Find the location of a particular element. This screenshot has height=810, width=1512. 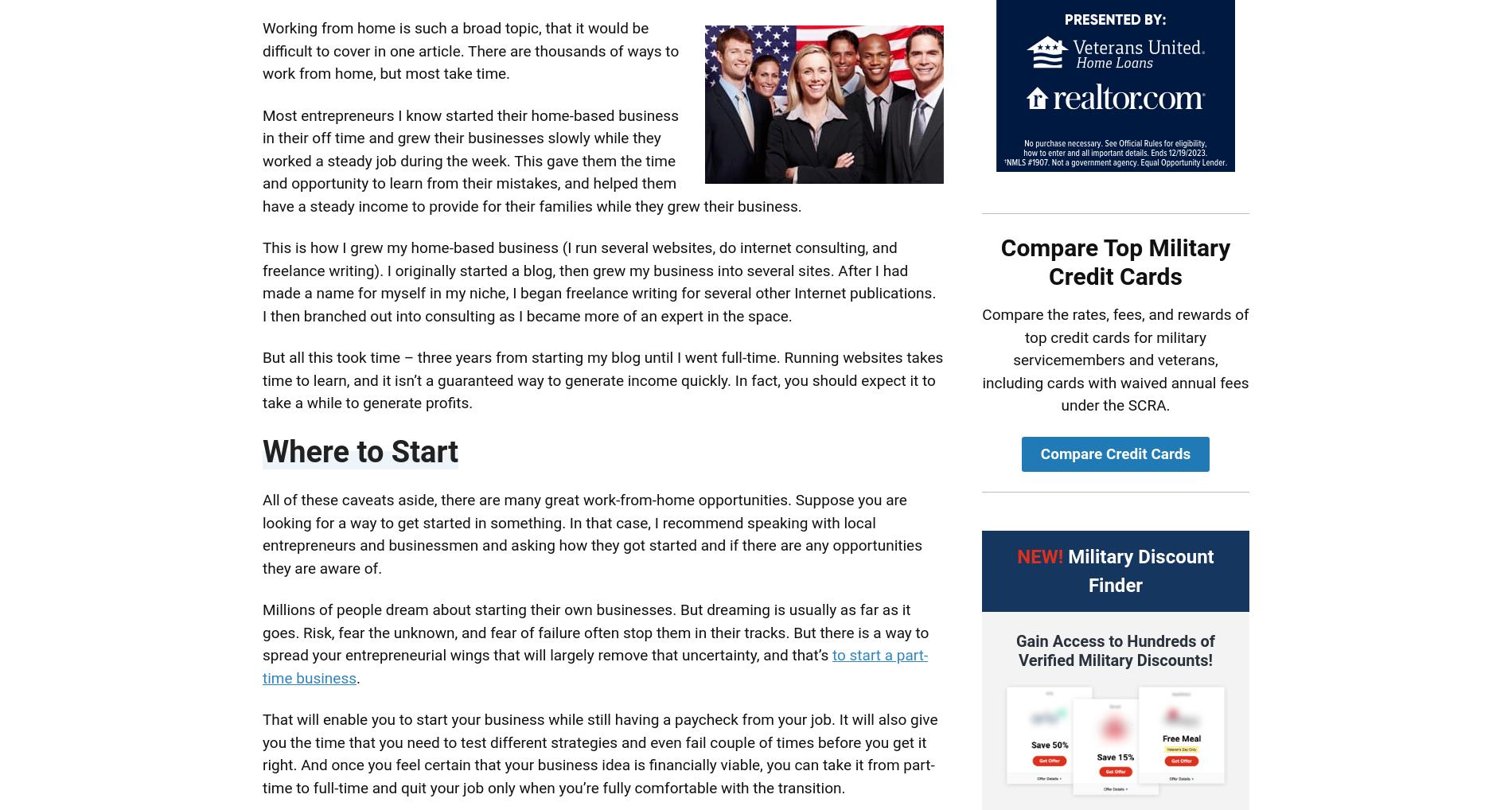

'NEW!' is located at coordinates (1039, 555).